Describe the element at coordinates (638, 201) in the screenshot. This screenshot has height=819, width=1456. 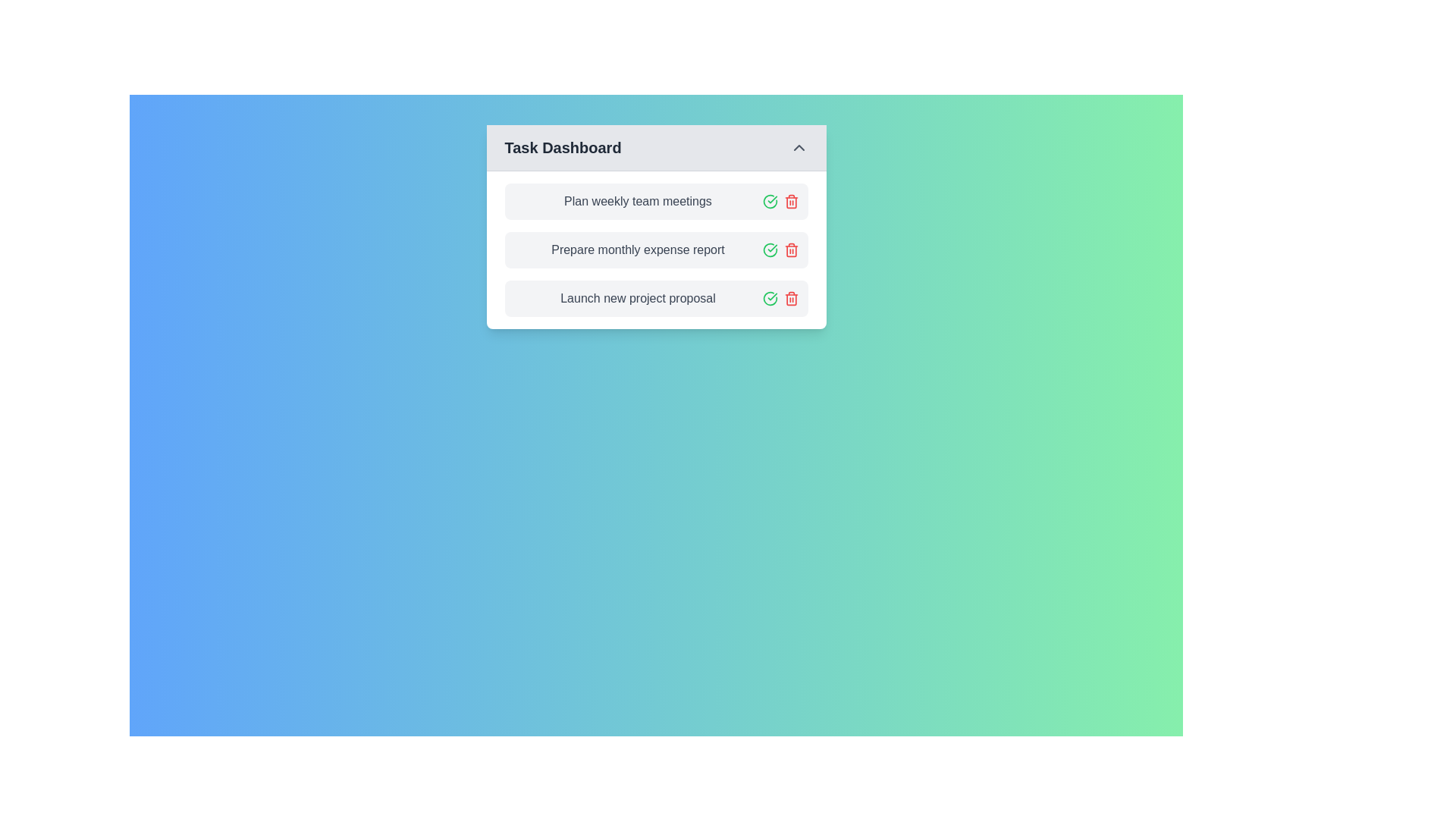
I see `the text label indicating the task titled 'Plan weekly team meetings.' This label is the first item in a list of tasks in the task dashboard` at that location.